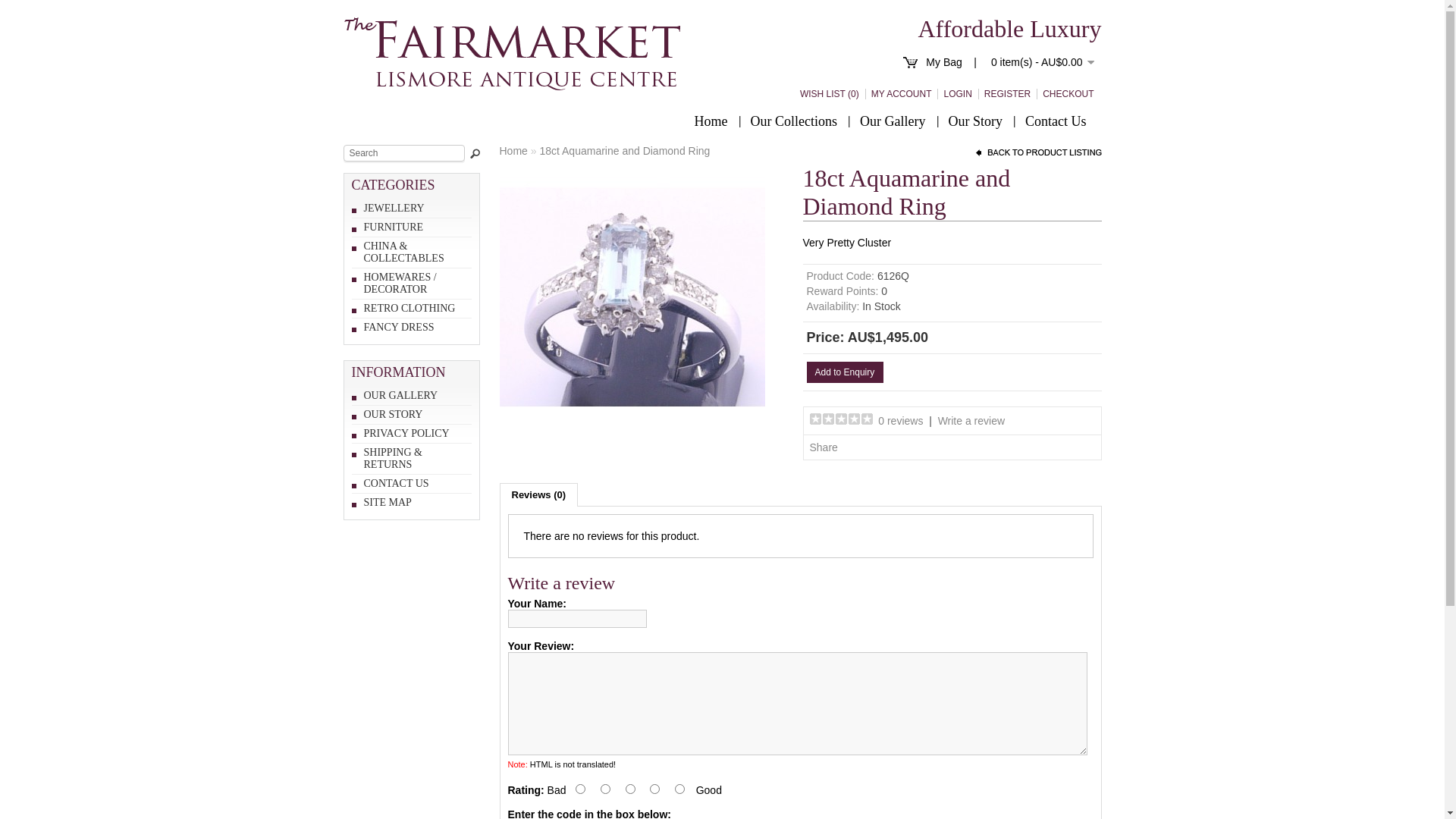 The width and height of the screenshot is (1456, 819). Describe the element at coordinates (538, 494) in the screenshot. I see `'Reviews (0)'` at that location.